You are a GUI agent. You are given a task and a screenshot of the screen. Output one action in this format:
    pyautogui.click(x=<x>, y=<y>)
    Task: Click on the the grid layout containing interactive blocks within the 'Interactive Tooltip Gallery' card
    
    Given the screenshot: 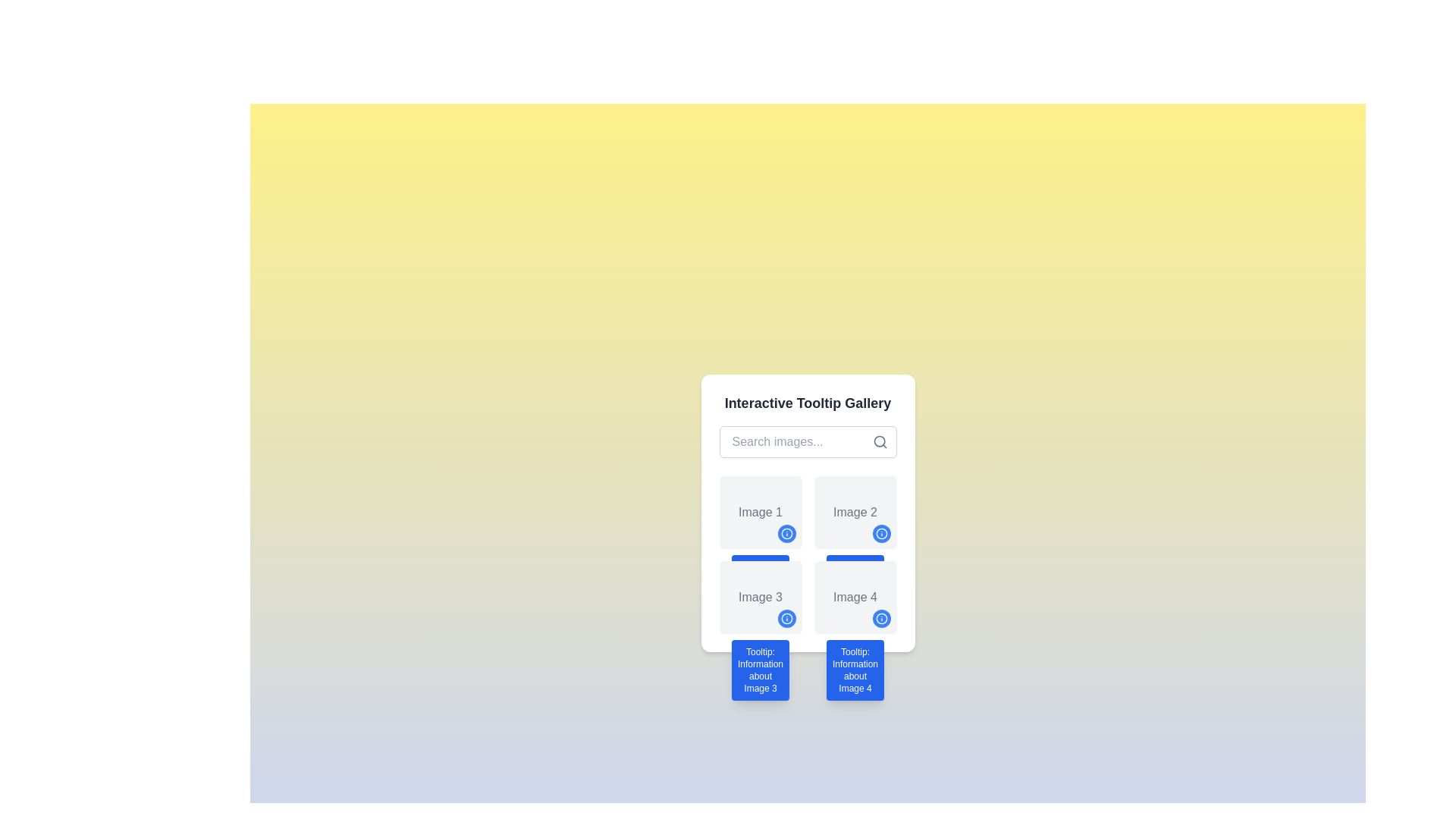 What is the action you would take?
    pyautogui.click(x=807, y=555)
    